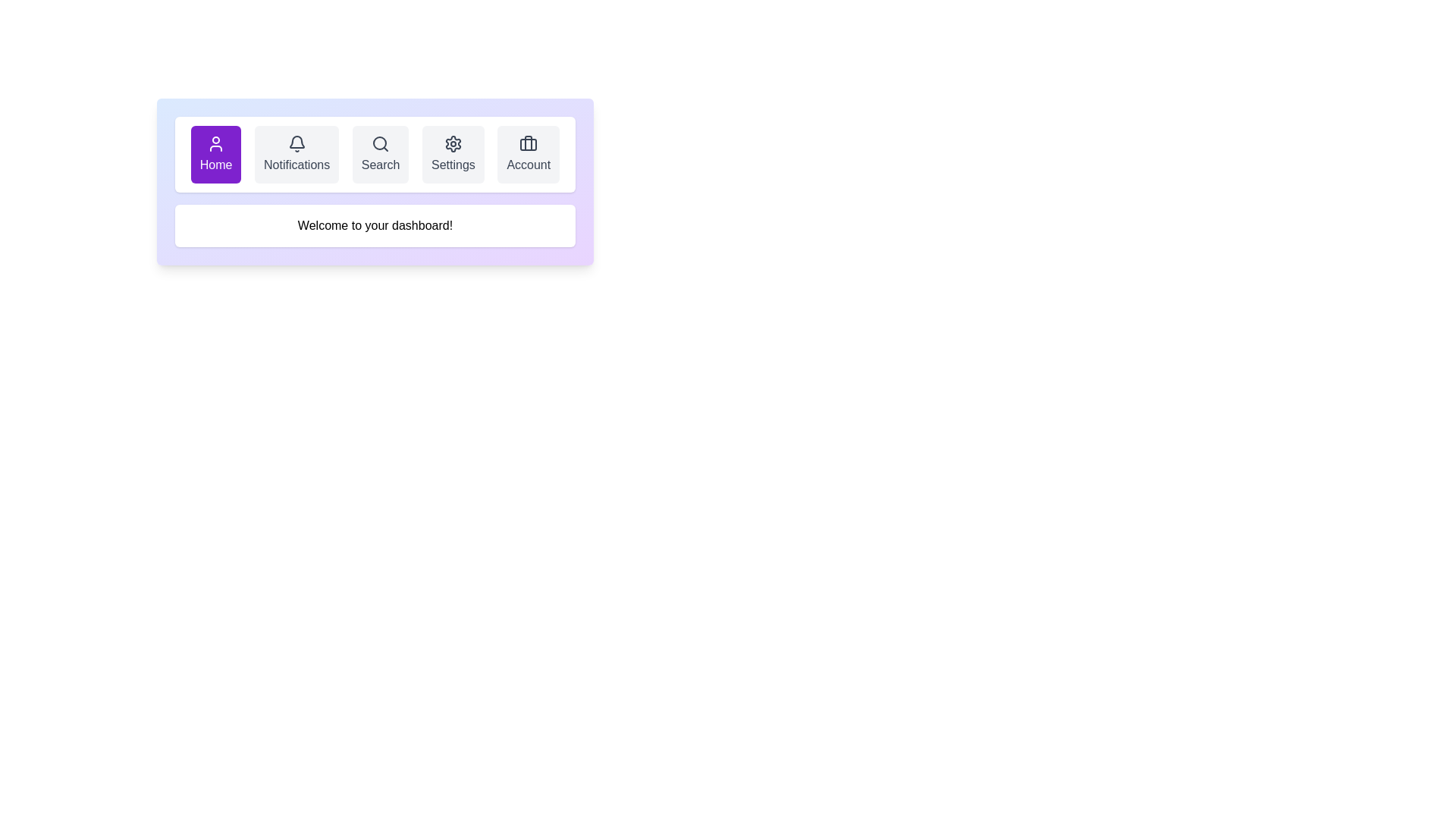  I want to click on the settings icon located in the horizontal navigation bar, which is the fourth icon from the left, so click(452, 143).